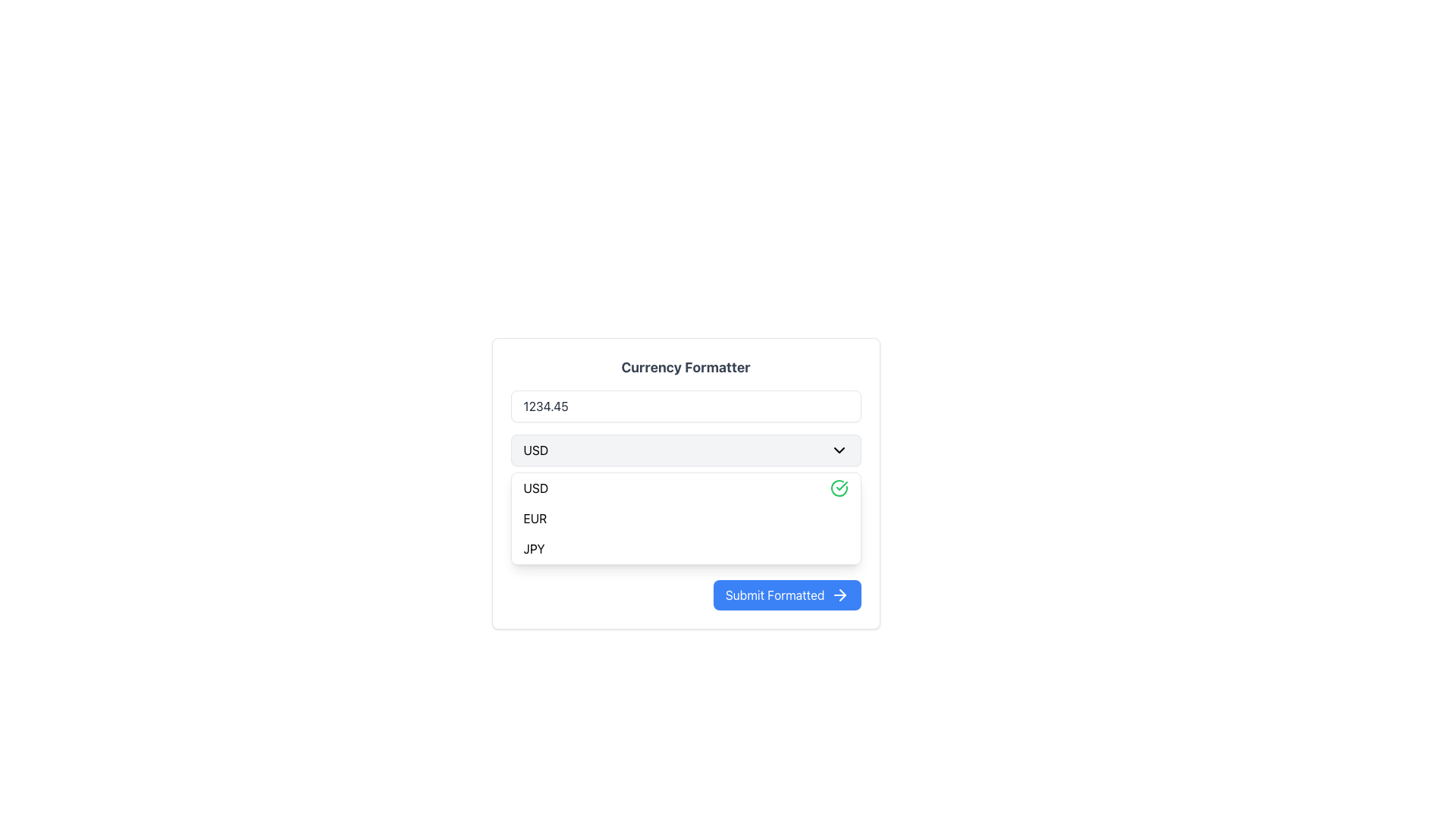 The image size is (1456, 819). Describe the element at coordinates (838, 488) in the screenshot. I see `the circular icon with a green checkmark inside, located to the right of the 'USD' list item in the dropdown menu` at that location.